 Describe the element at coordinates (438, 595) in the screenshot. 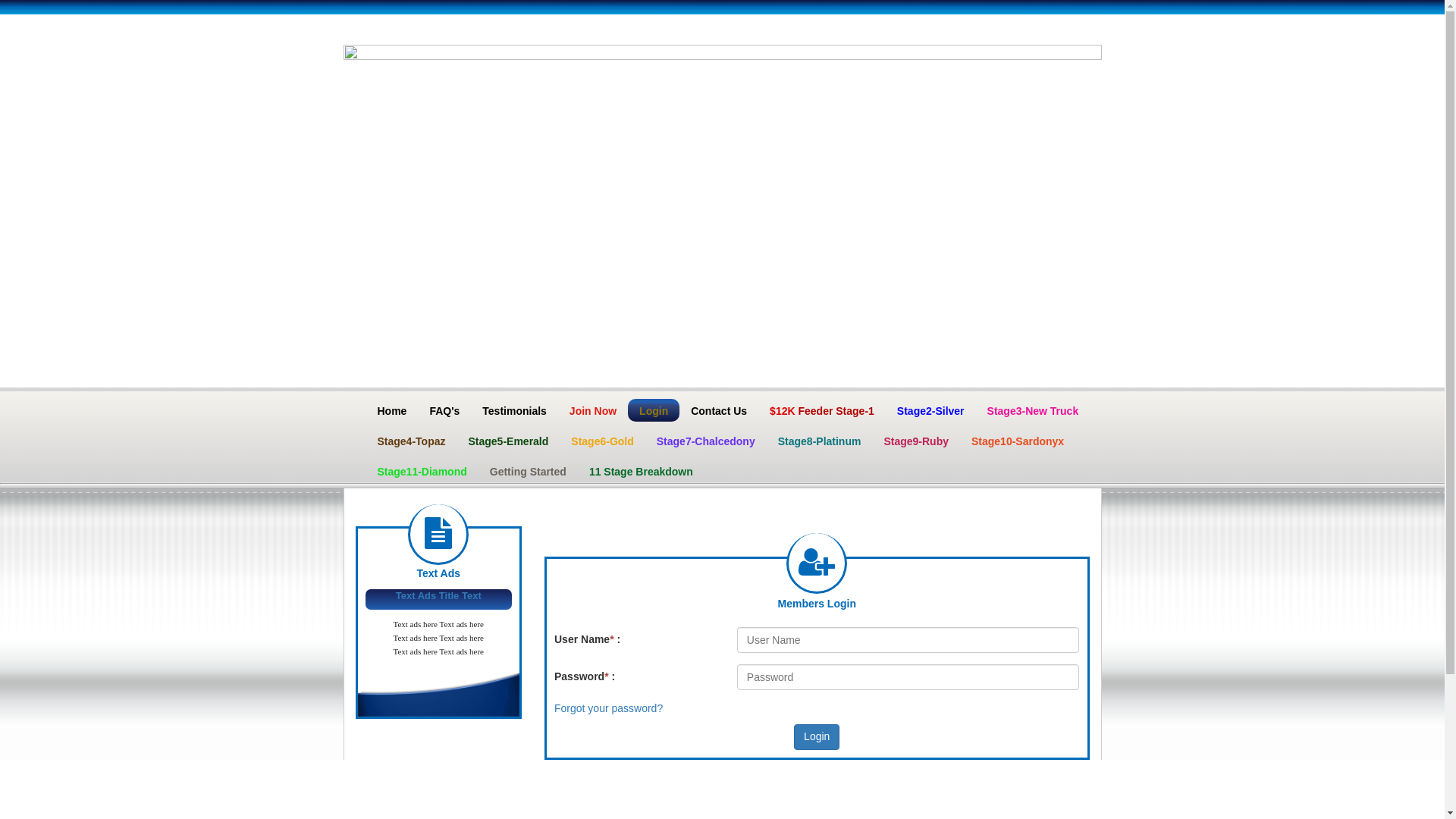

I see `'Text Ads Title Text'` at that location.